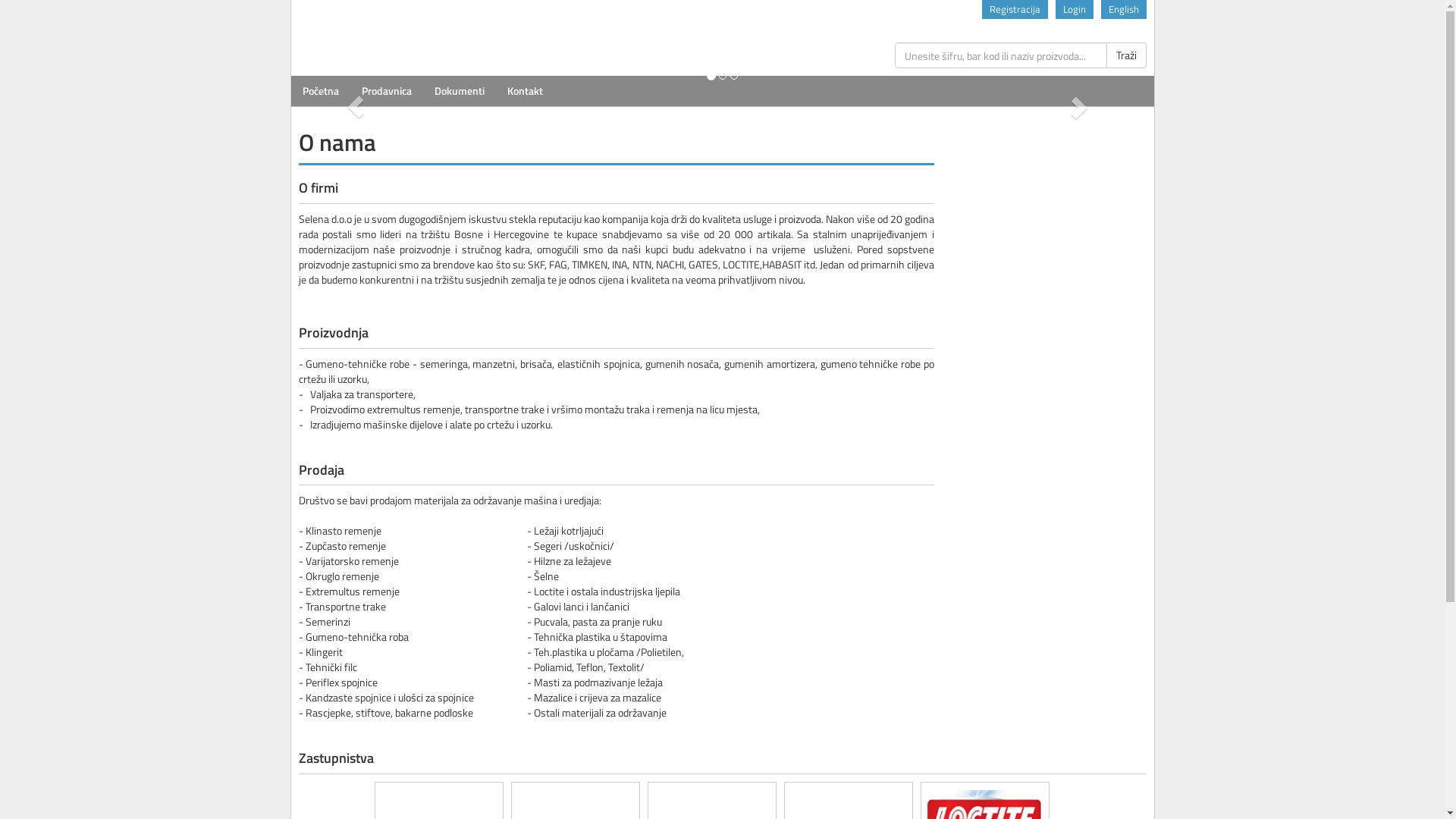 The height and width of the screenshot is (819, 1456). Describe the element at coordinates (386, 90) in the screenshot. I see `'Prodavnica'` at that location.